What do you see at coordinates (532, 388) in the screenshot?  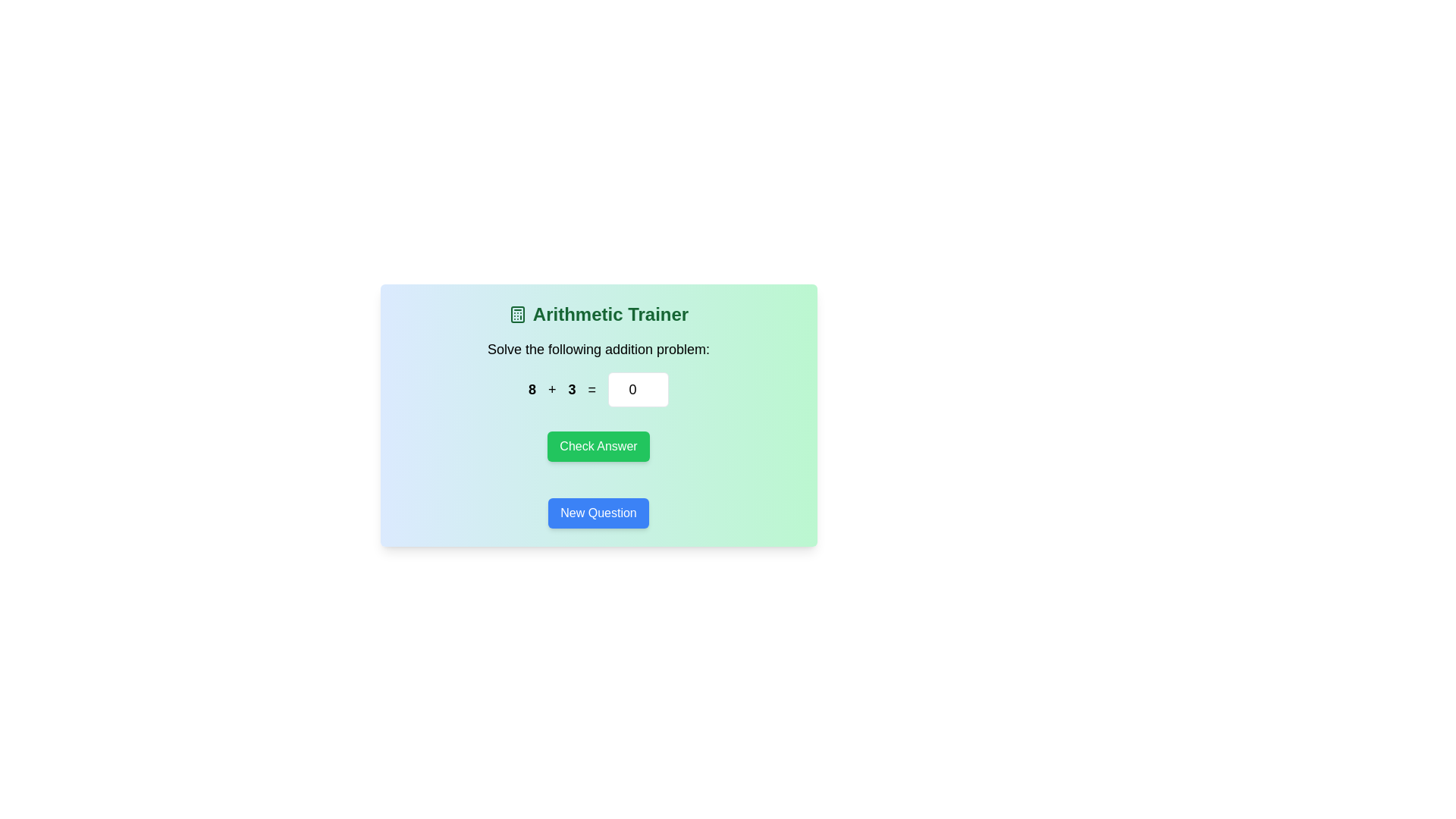 I see `the bold numeral '8' which is the first numeral in the arithmetic expression '8 + 3 = 0', located prominently at the beginning of the equation` at bounding box center [532, 388].